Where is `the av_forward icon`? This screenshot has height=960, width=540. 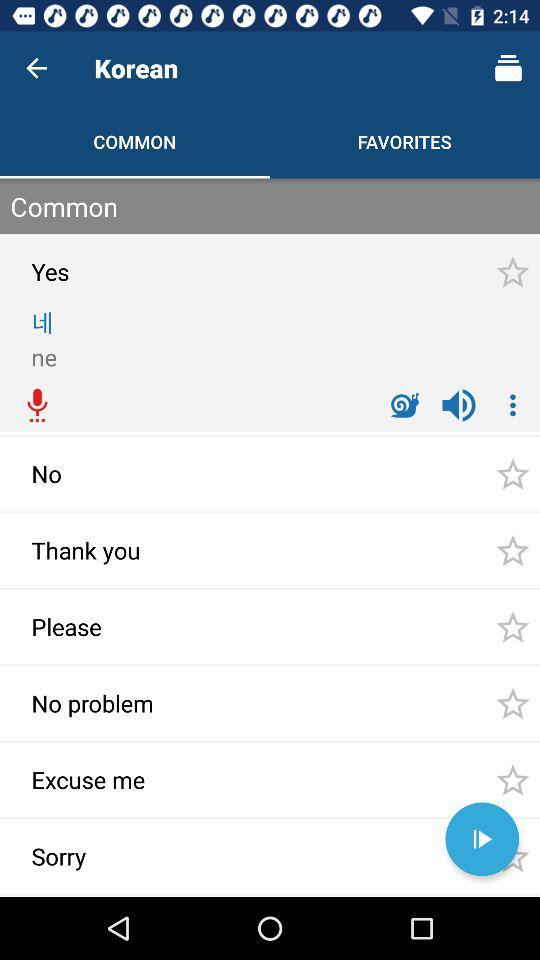 the av_forward icon is located at coordinates (481, 839).